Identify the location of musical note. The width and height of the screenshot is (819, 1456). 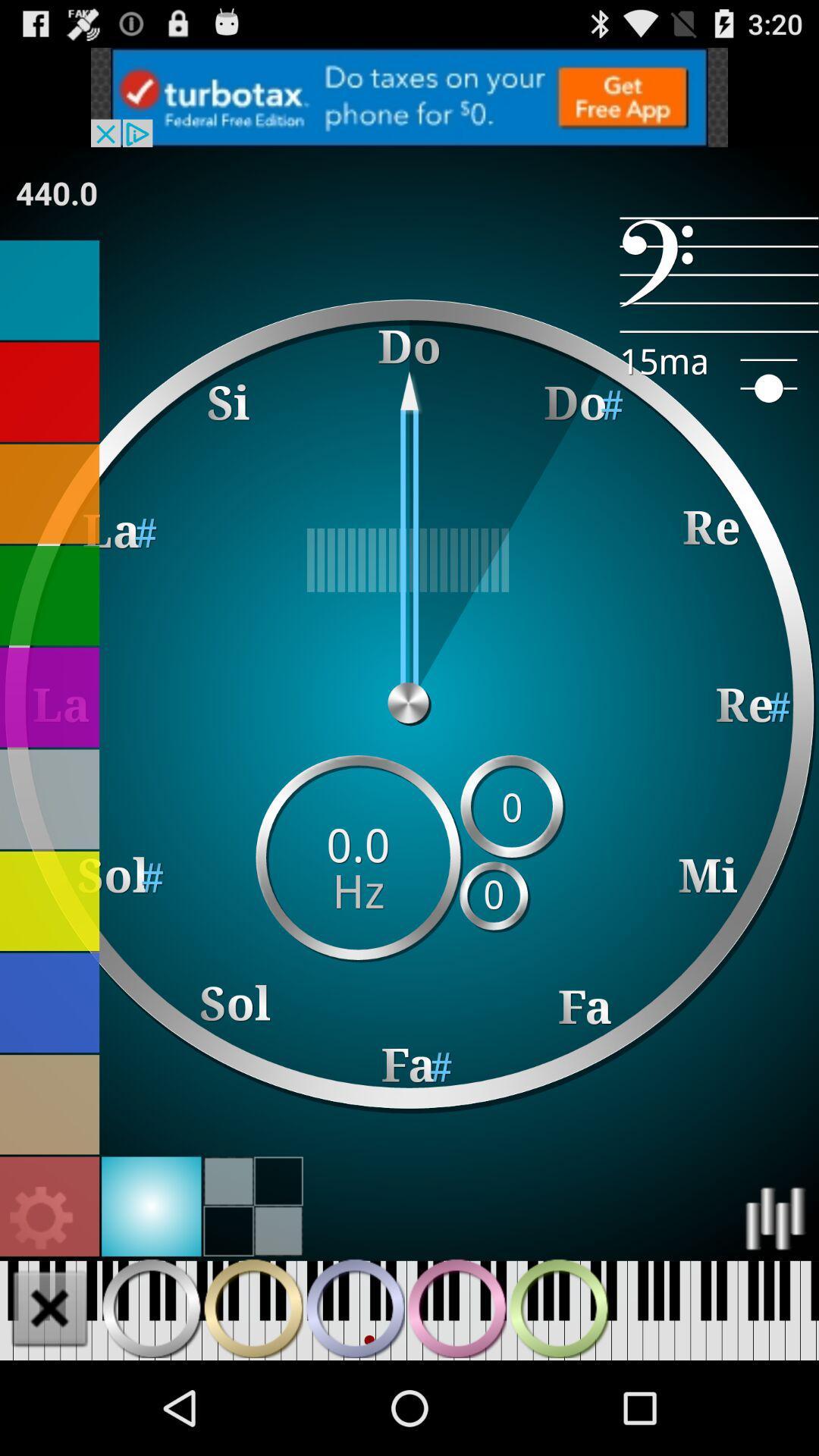
(49, 290).